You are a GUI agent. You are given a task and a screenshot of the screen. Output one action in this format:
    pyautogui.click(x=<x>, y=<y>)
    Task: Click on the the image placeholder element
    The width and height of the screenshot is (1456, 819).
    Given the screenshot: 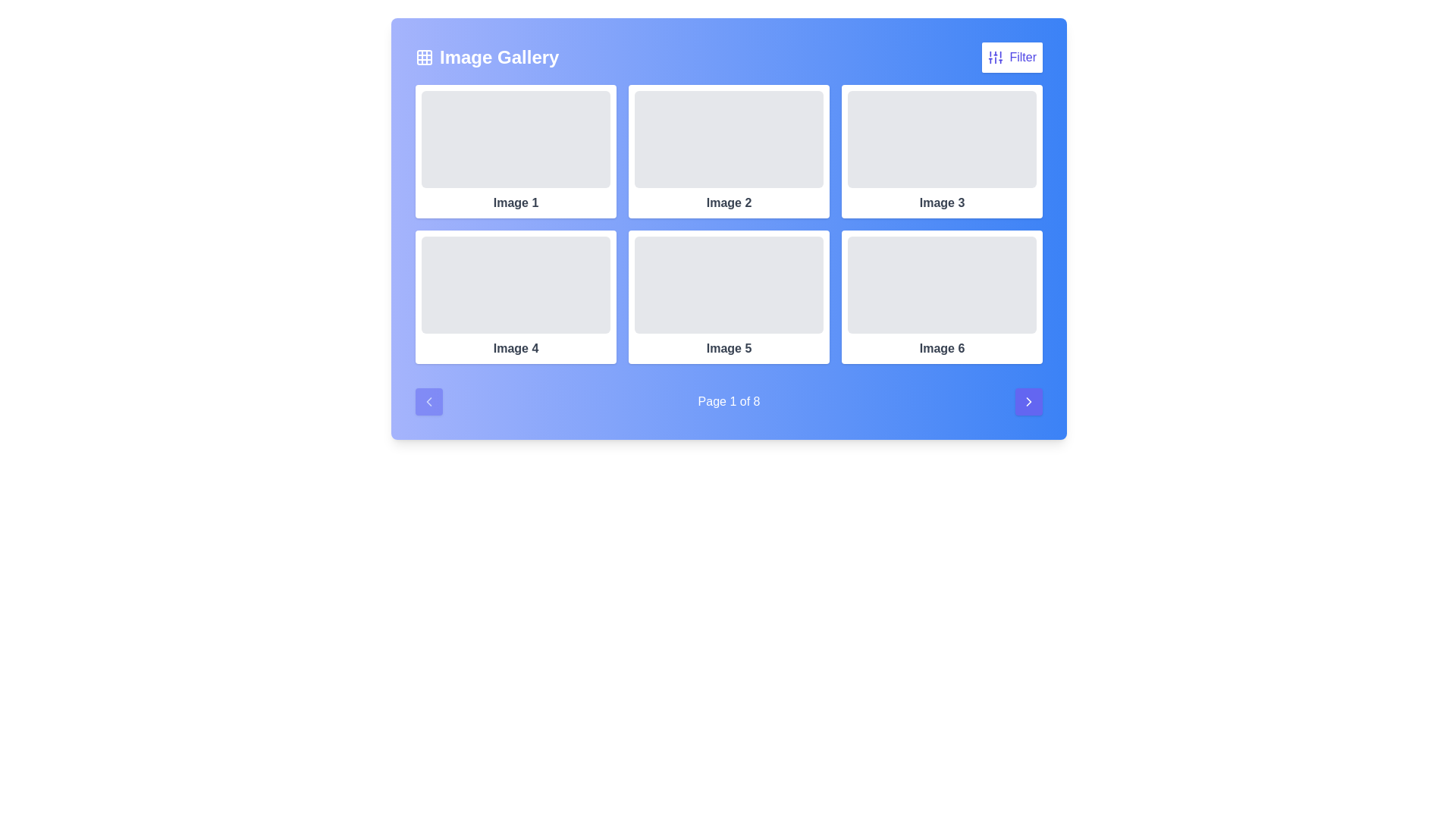 What is the action you would take?
    pyautogui.click(x=729, y=140)
    